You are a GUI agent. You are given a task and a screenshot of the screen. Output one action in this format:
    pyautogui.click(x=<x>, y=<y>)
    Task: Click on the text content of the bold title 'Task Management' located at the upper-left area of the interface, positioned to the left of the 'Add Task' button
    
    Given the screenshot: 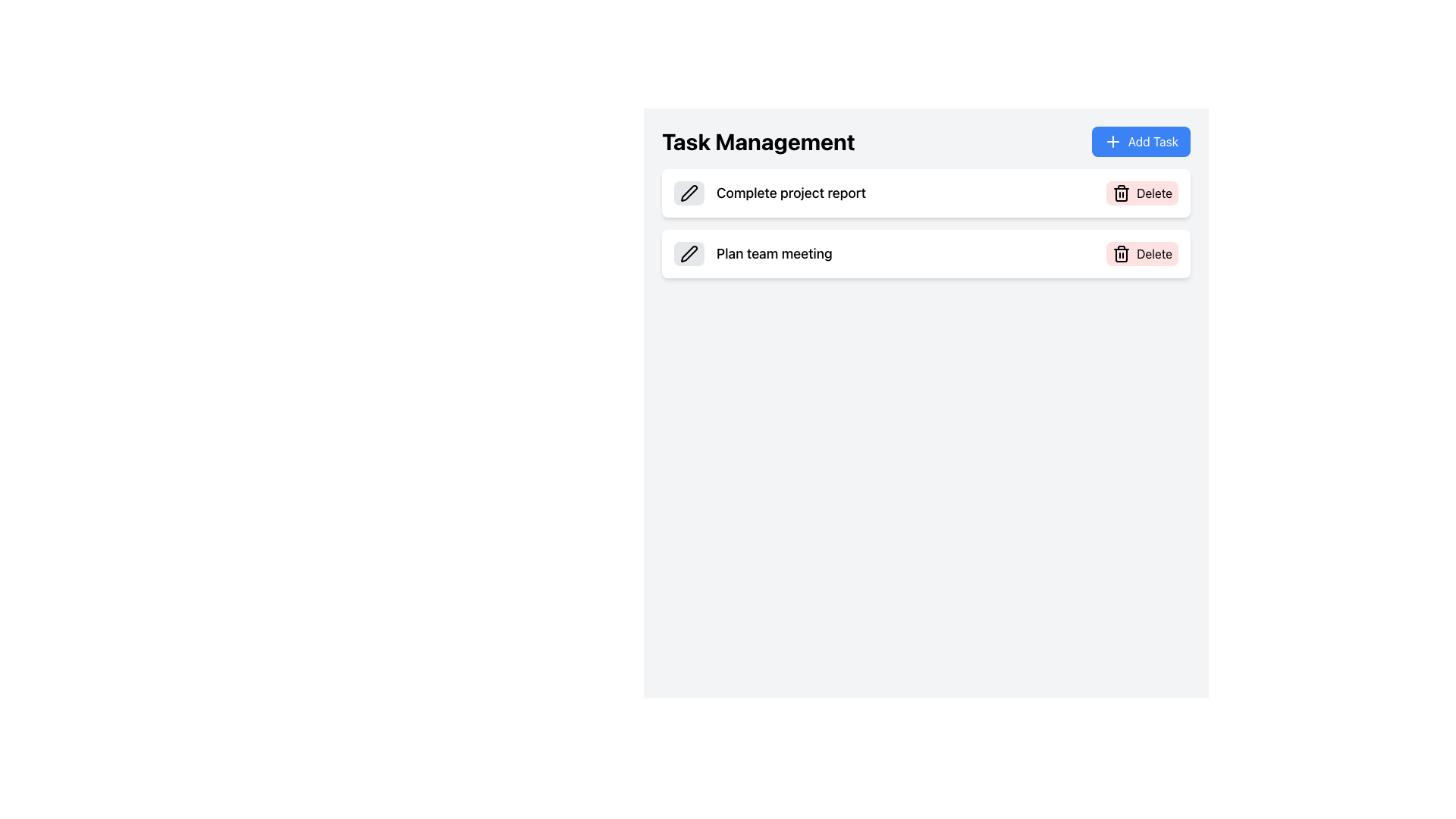 What is the action you would take?
    pyautogui.click(x=758, y=141)
    